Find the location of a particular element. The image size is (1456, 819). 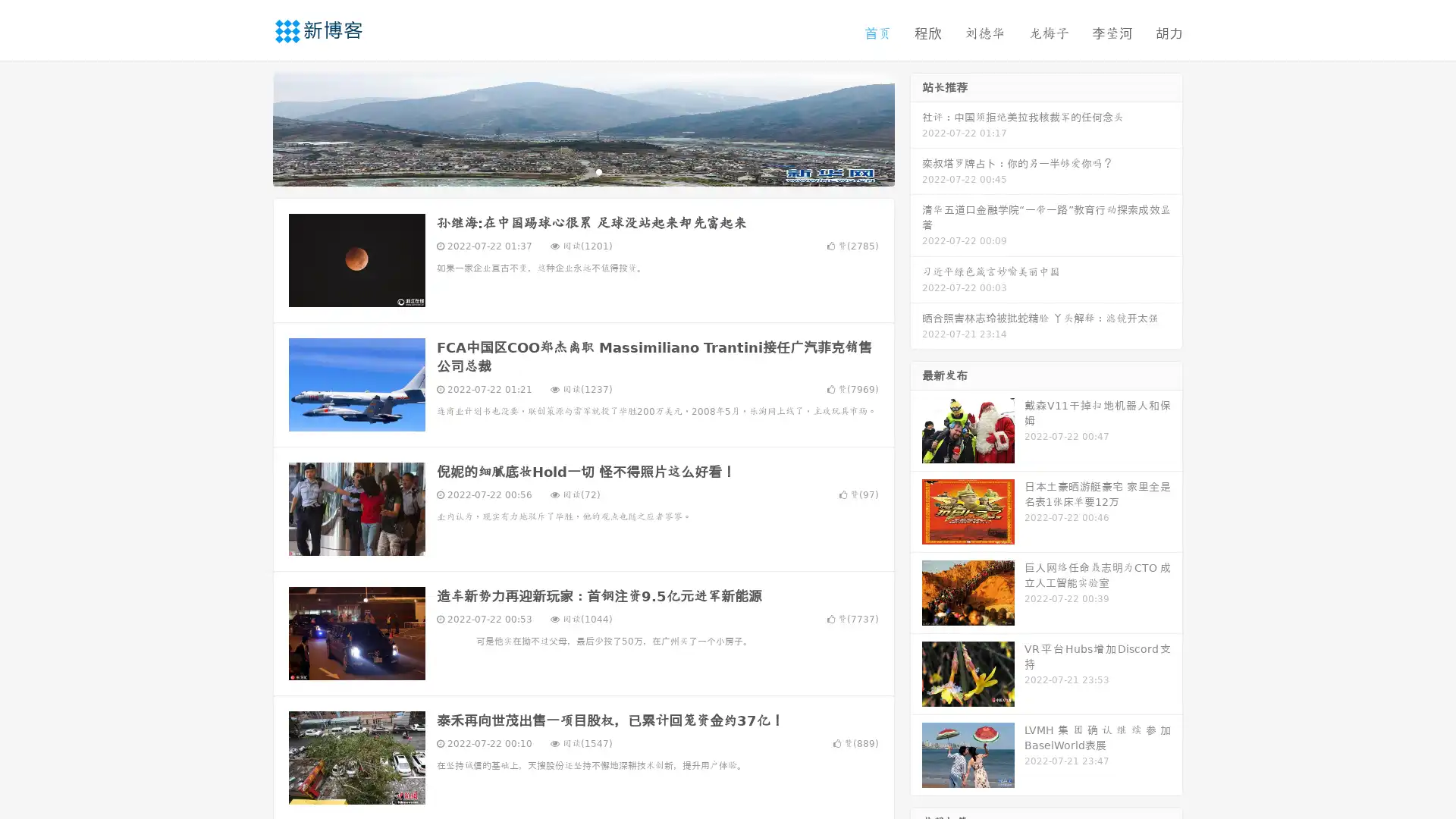

Go to slide 3 is located at coordinates (598, 171).